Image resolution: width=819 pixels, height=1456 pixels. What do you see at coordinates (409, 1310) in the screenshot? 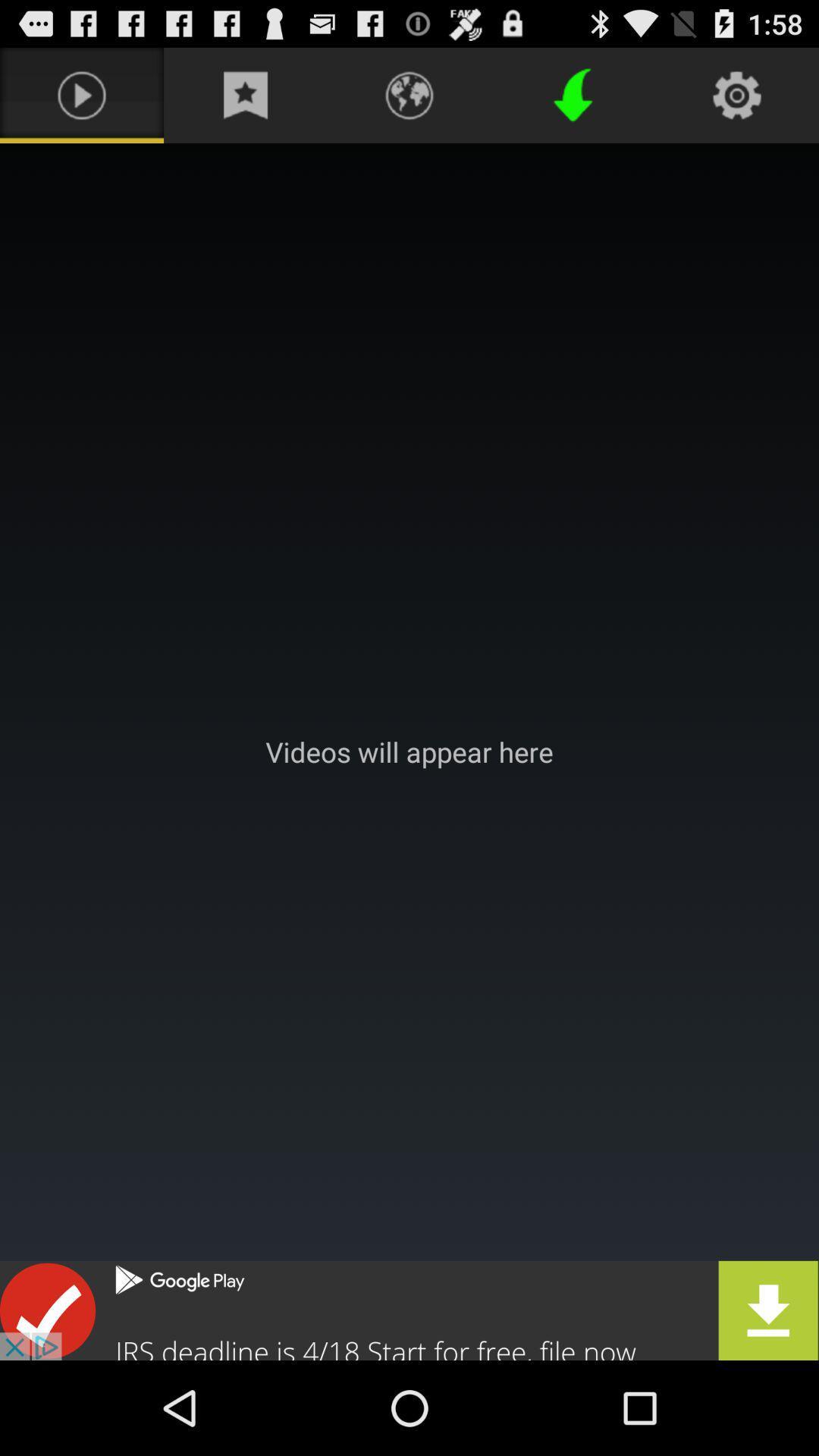
I see `advertisement page` at bounding box center [409, 1310].